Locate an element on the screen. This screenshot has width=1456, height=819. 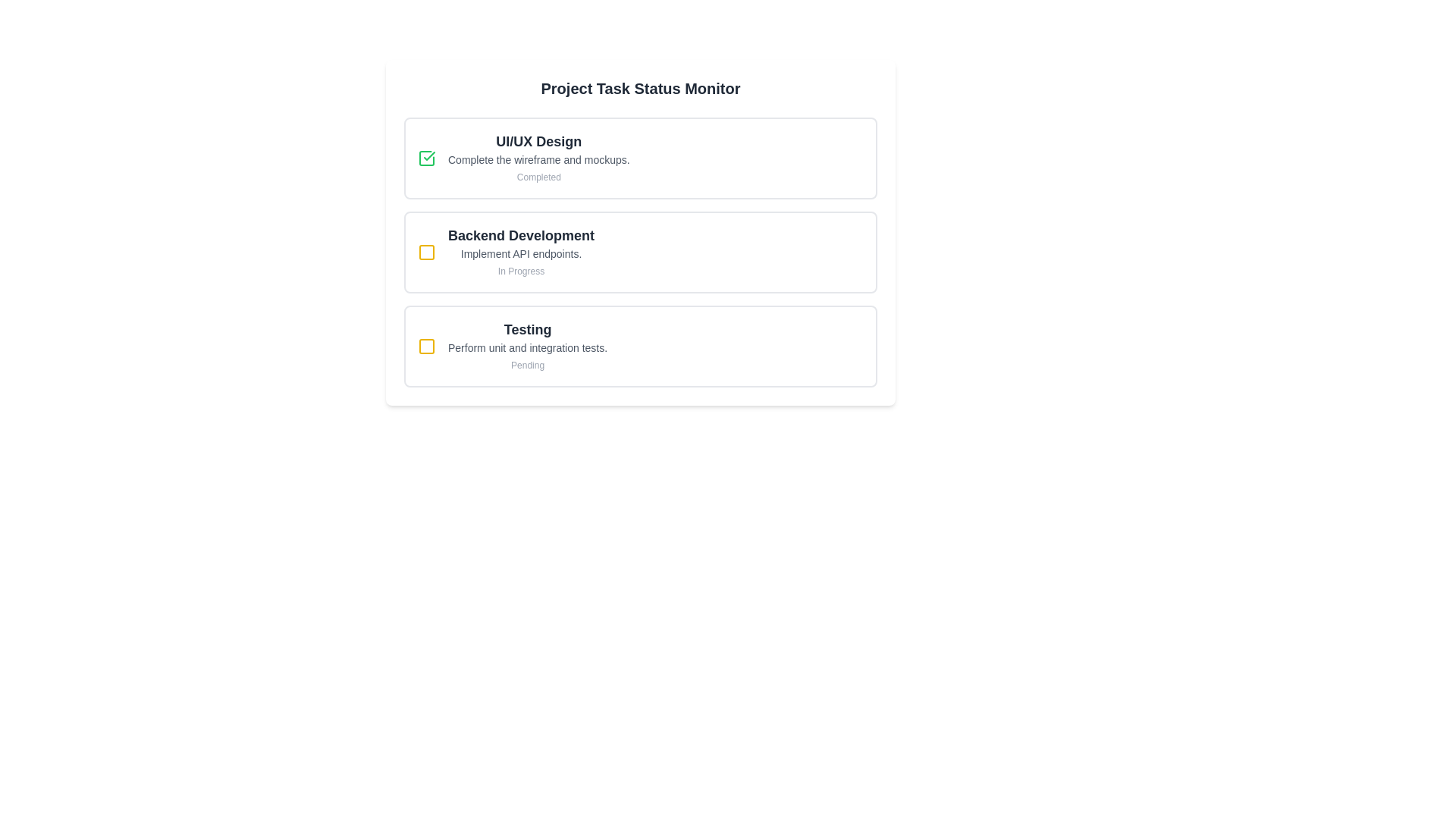
the text label that serves as the title of the second task card in the vertically stacked task list is located at coordinates (521, 236).